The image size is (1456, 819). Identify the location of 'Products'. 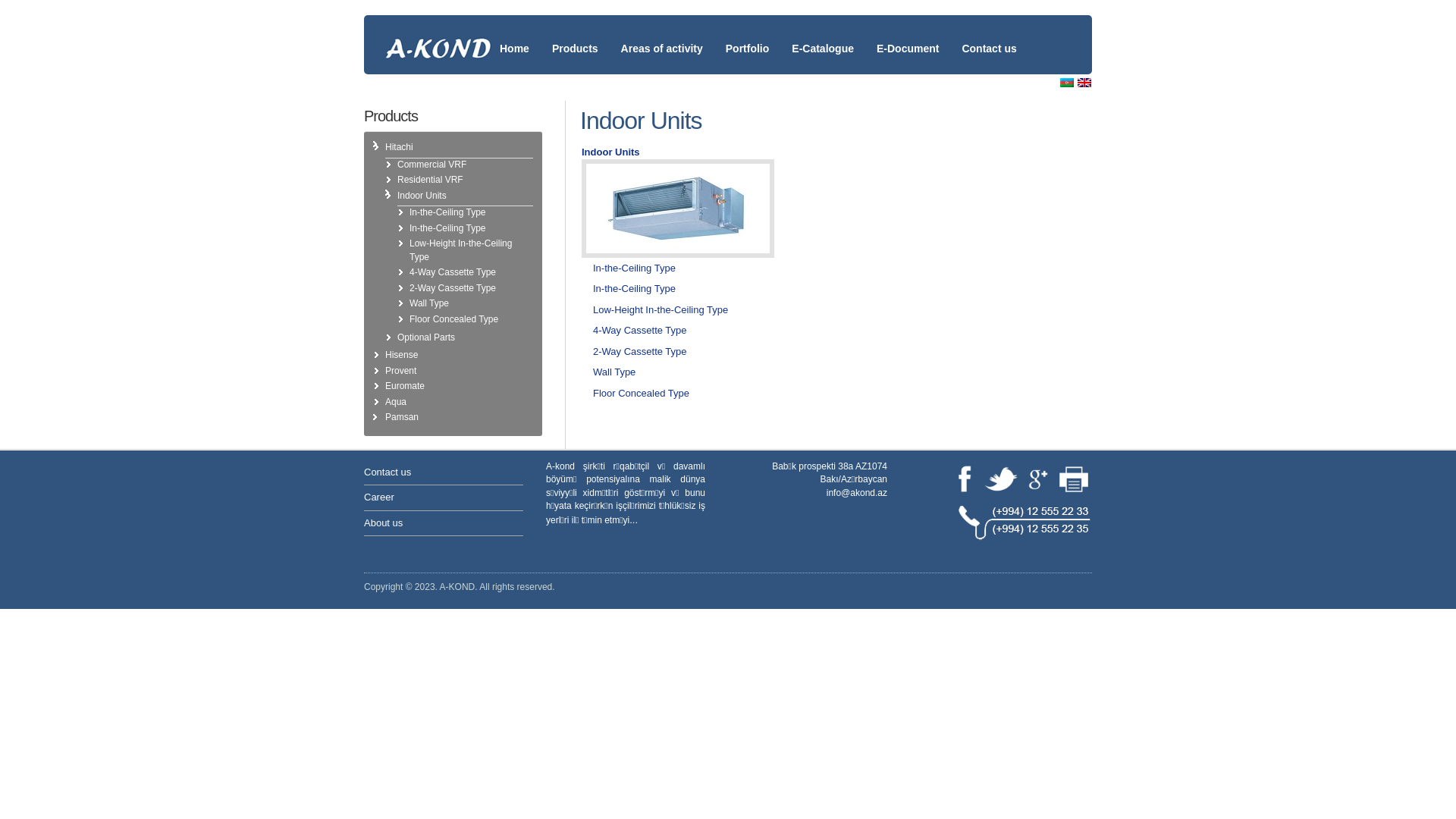
(574, 34).